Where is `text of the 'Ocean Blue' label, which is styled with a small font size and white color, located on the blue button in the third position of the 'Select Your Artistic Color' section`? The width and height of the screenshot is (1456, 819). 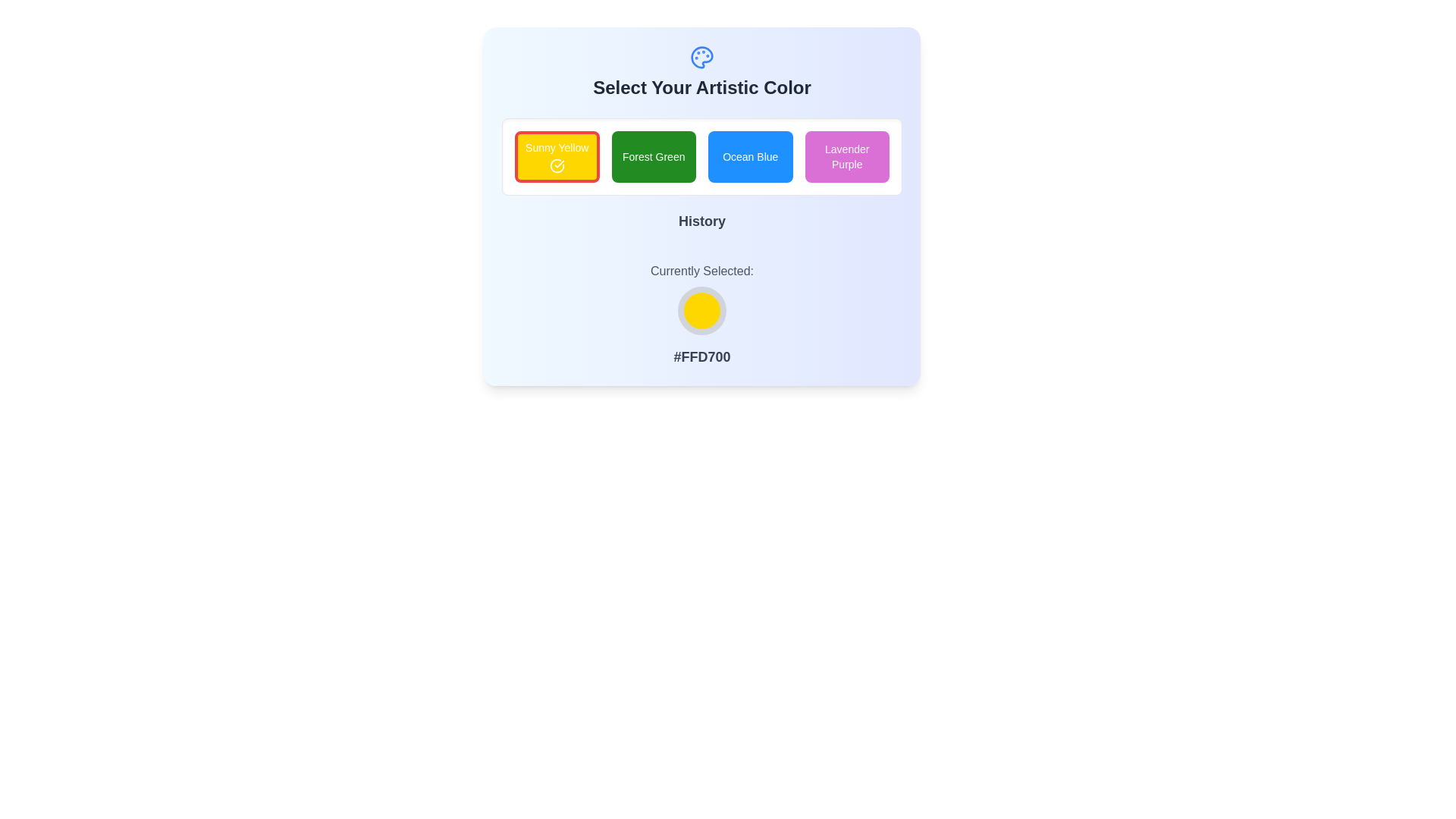
text of the 'Ocean Blue' label, which is styled with a small font size and white color, located on the blue button in the third position of the 'Select Your Artistic Color' section is located at coordinates (750, 157).